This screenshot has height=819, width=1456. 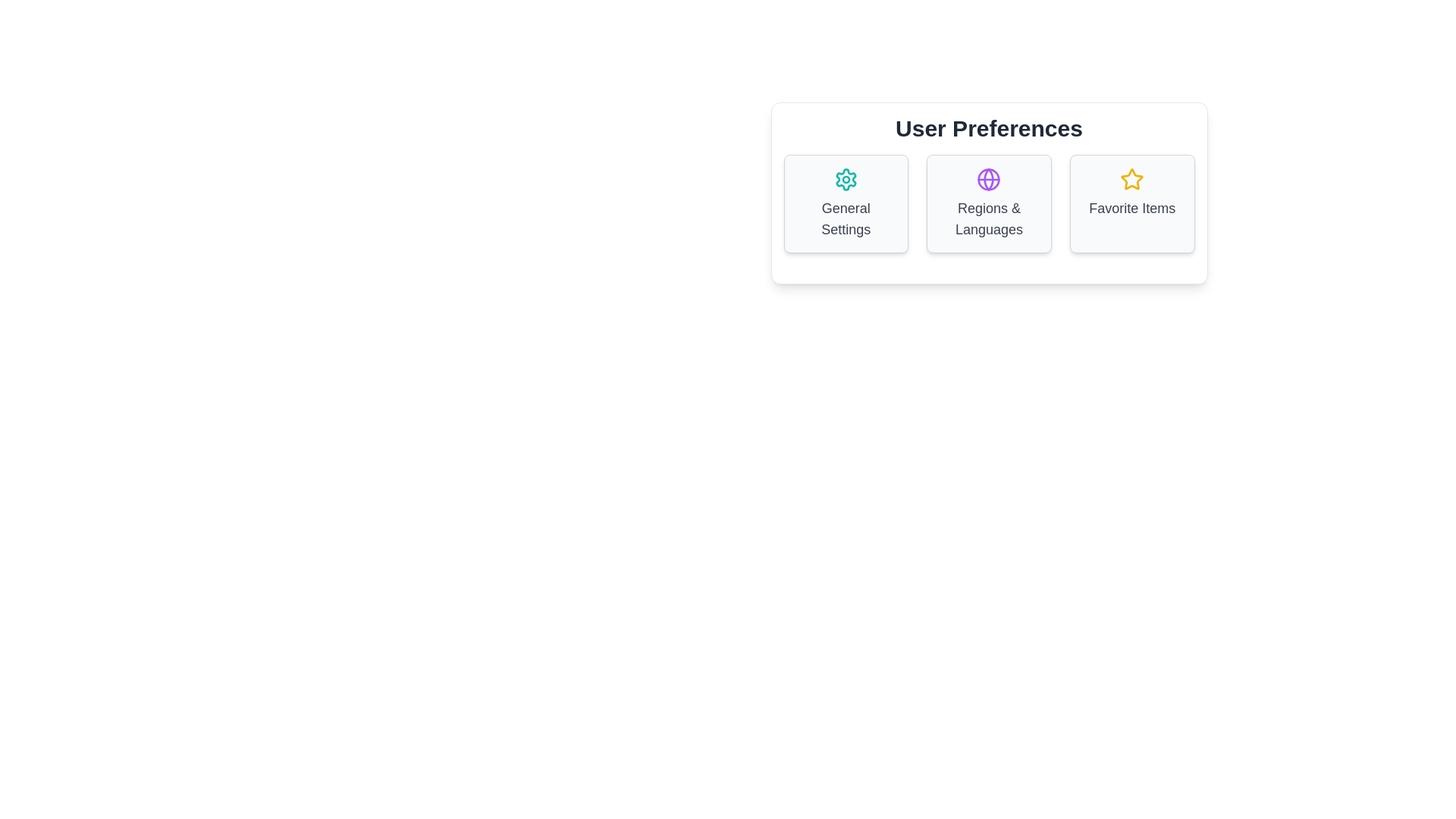 What do you see at coordinates (845, 203) in the screenshot?
I see `the button labeled 'General Settings' to observe its hover effect` at bounding box center [845, 203].